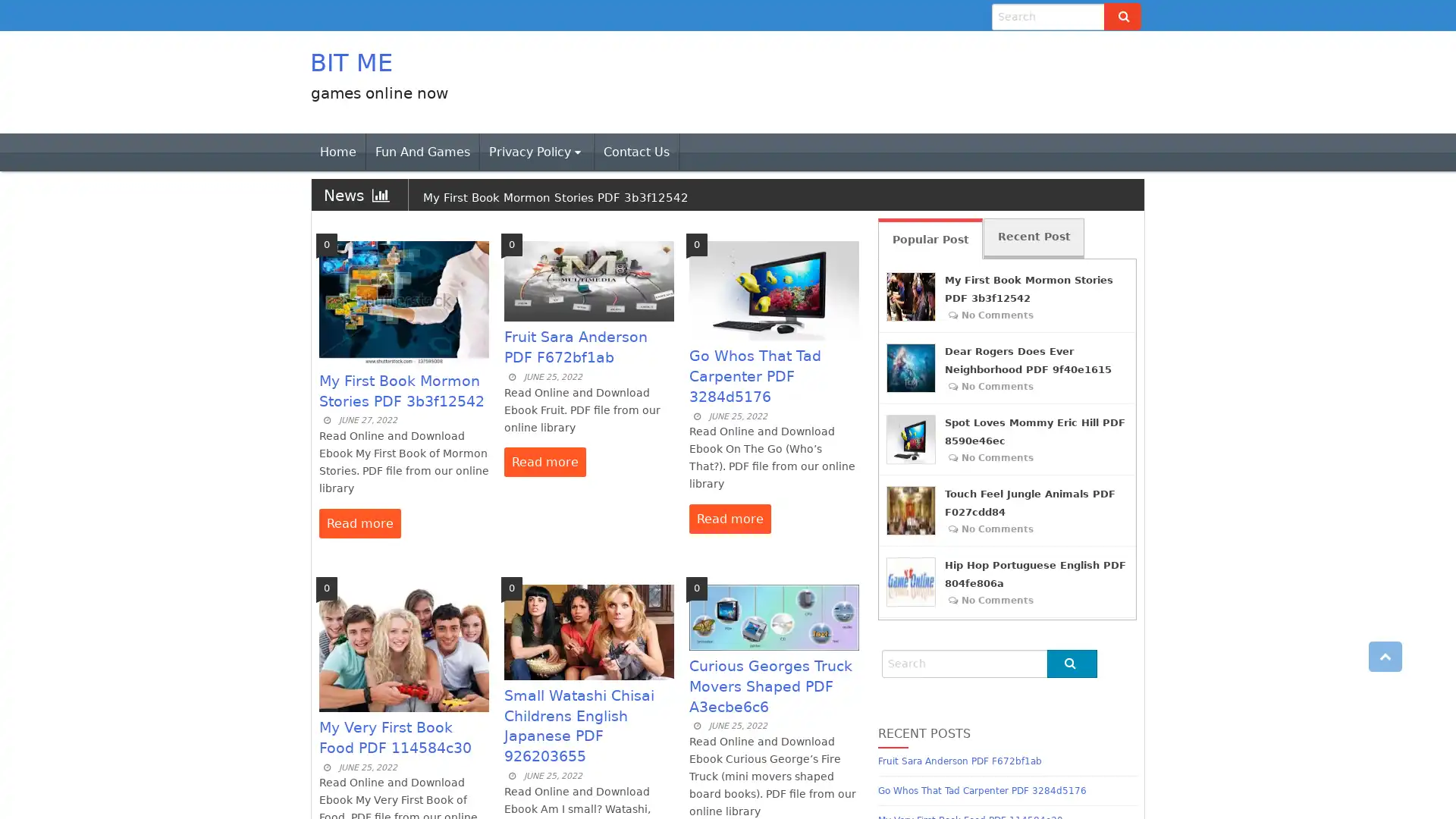 The image size is (1456, 819). I want to click on Go, so click(1072, 662).